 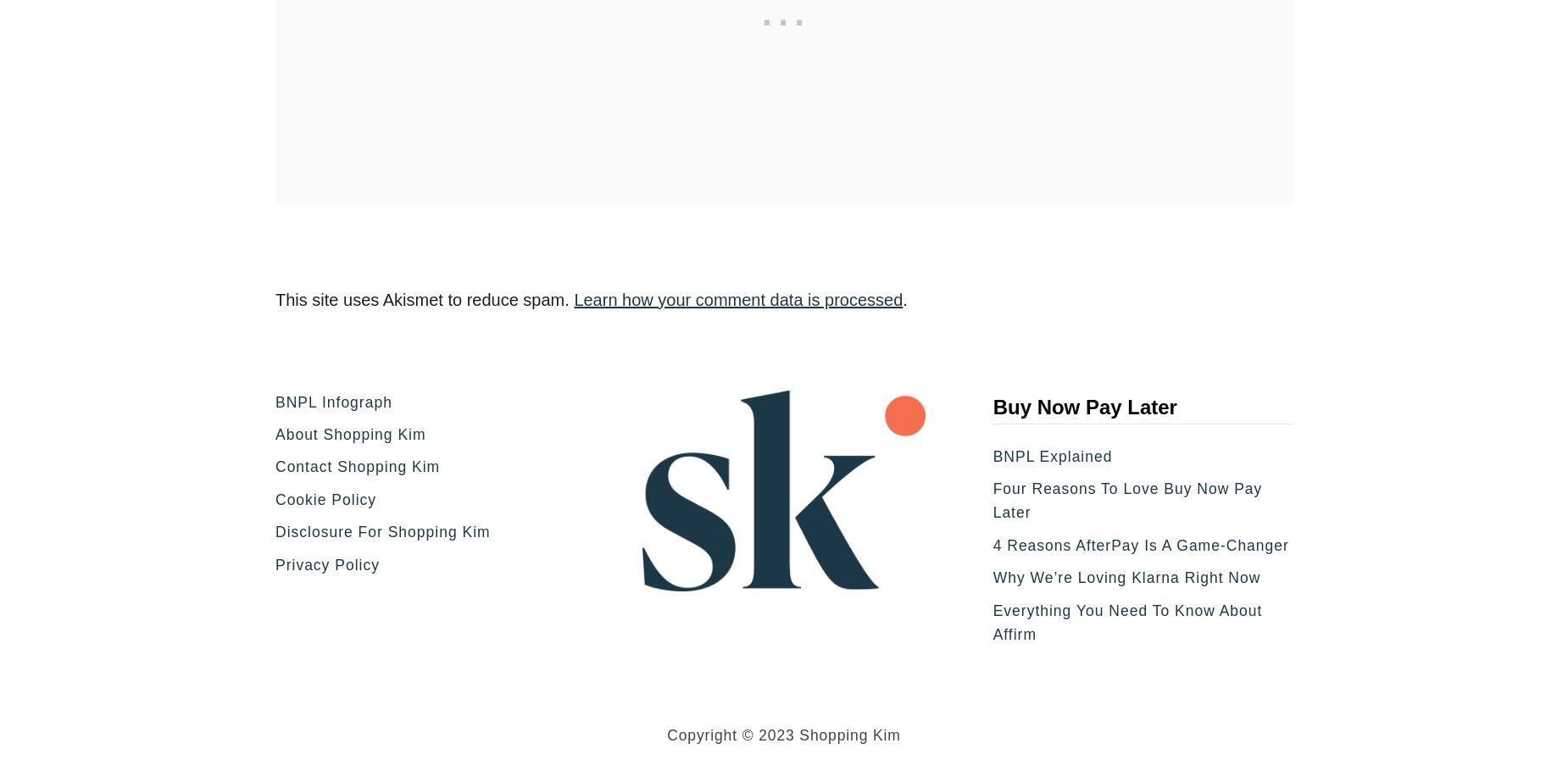 What do you see at coordinates (1126, 577) in the screenshot?
I see `'Why We’re Loving Klarna Right Now'` at bounding box center [1126, 577].